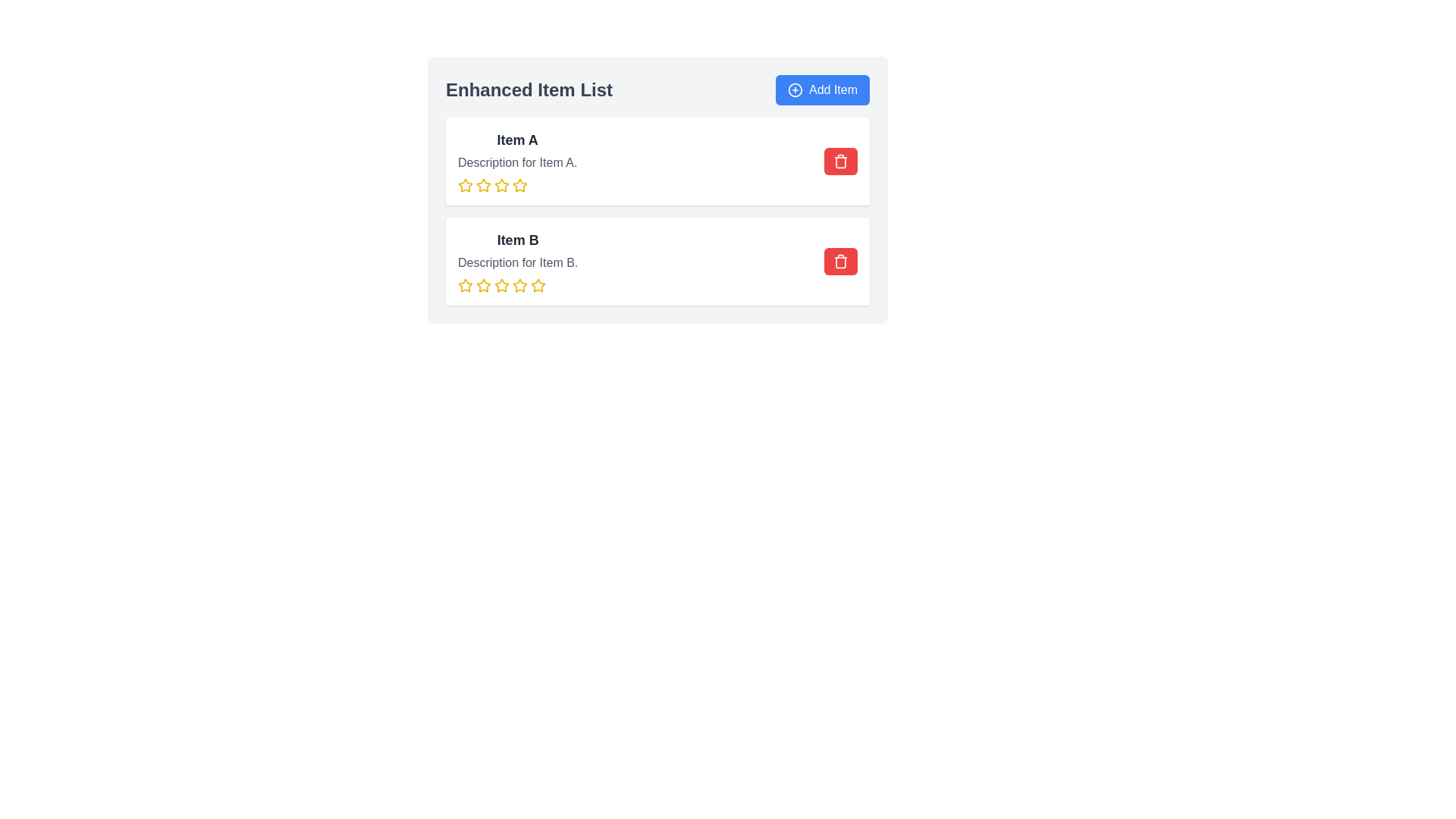 Image resolution: width=1456 pixels, height=819 pixels. Describe the element at coordinates (517, 140) in the screenshot. I see `the primary heading text located at the top of the first card in the list to aid in quick identification of the item's name` at that location.